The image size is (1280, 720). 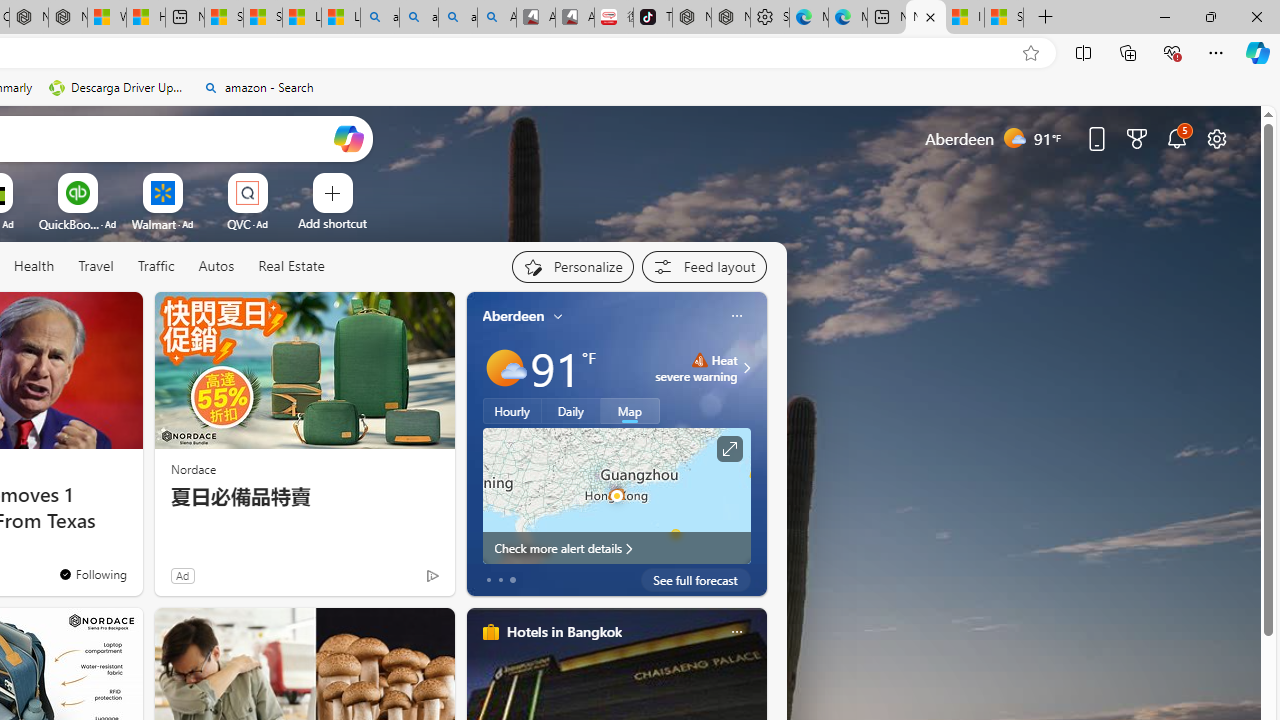 What do you see at coordinates (513, 315) in the screenshot?
I see `'Aberdeen'` at bounding box center [513, 315].